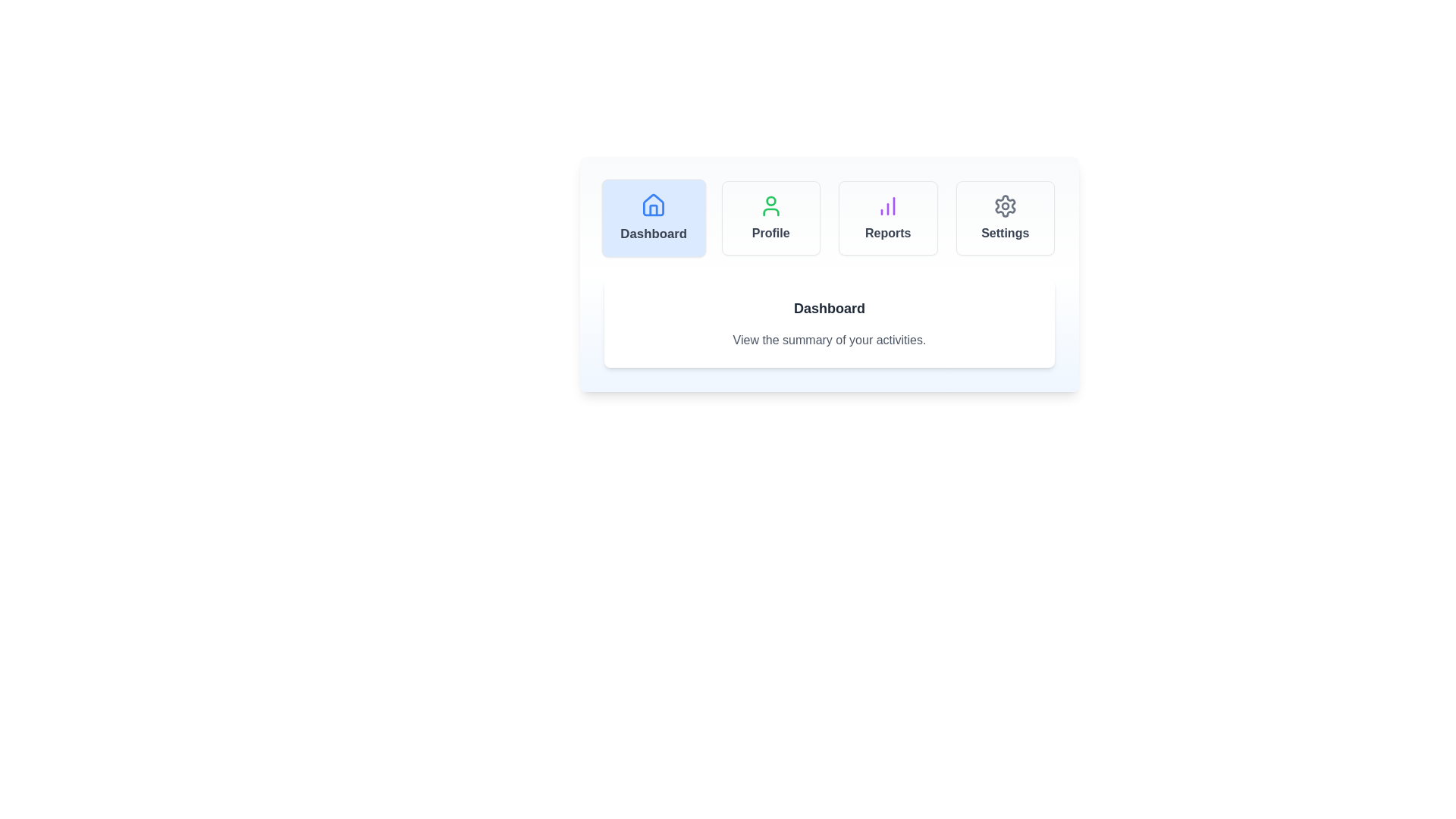 The image size is (1456, 819). What do you see at coordinates (1005, 218) in the screenshot?
I see `the Settings tab to navigate to it` at bounding box center [1005, 218].